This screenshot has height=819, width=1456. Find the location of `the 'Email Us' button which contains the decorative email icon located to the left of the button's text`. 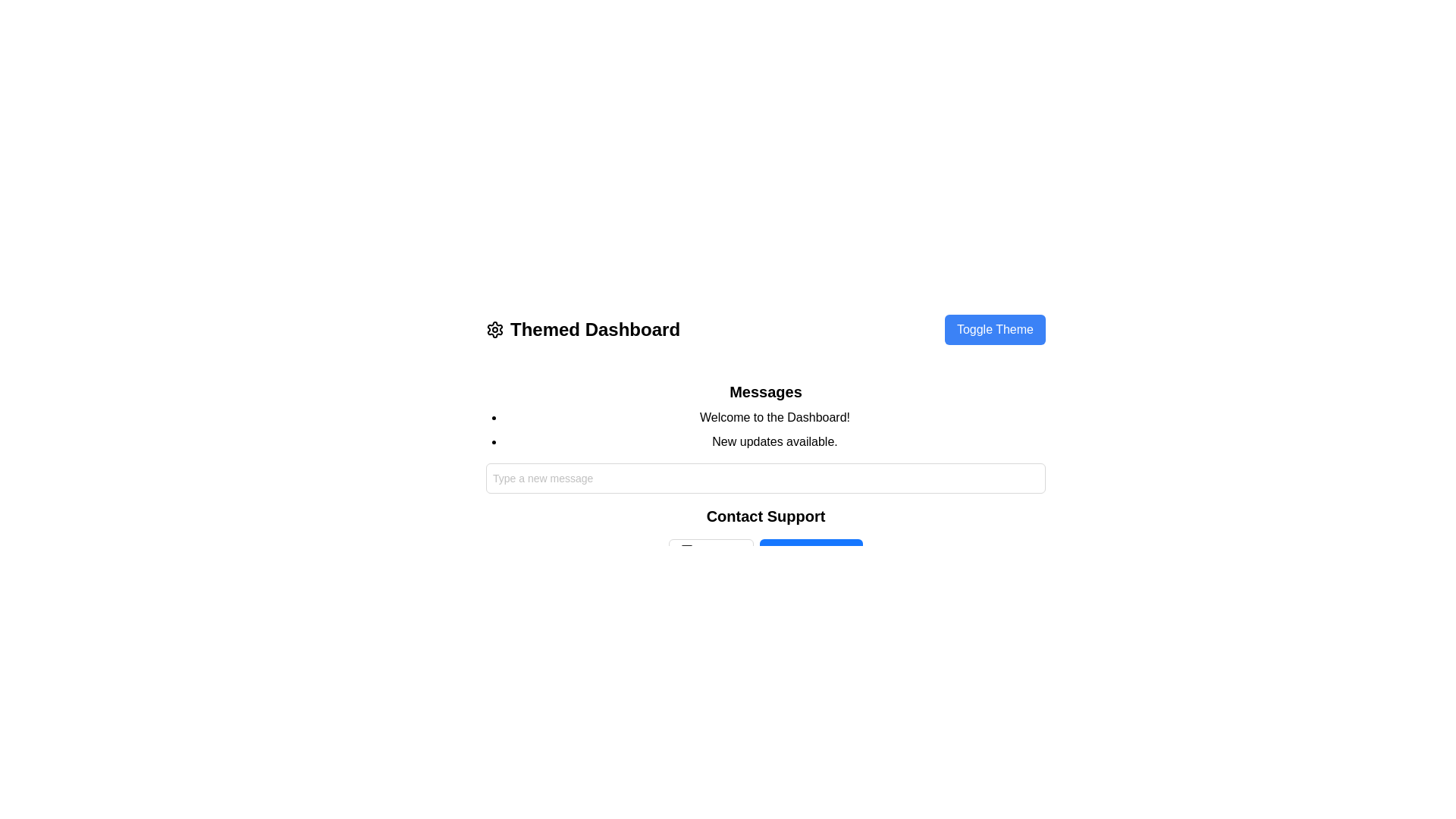

the 'Email Us' button which contains the decorative email icon located to the left of the button's text is located at coordinates (686, 551).